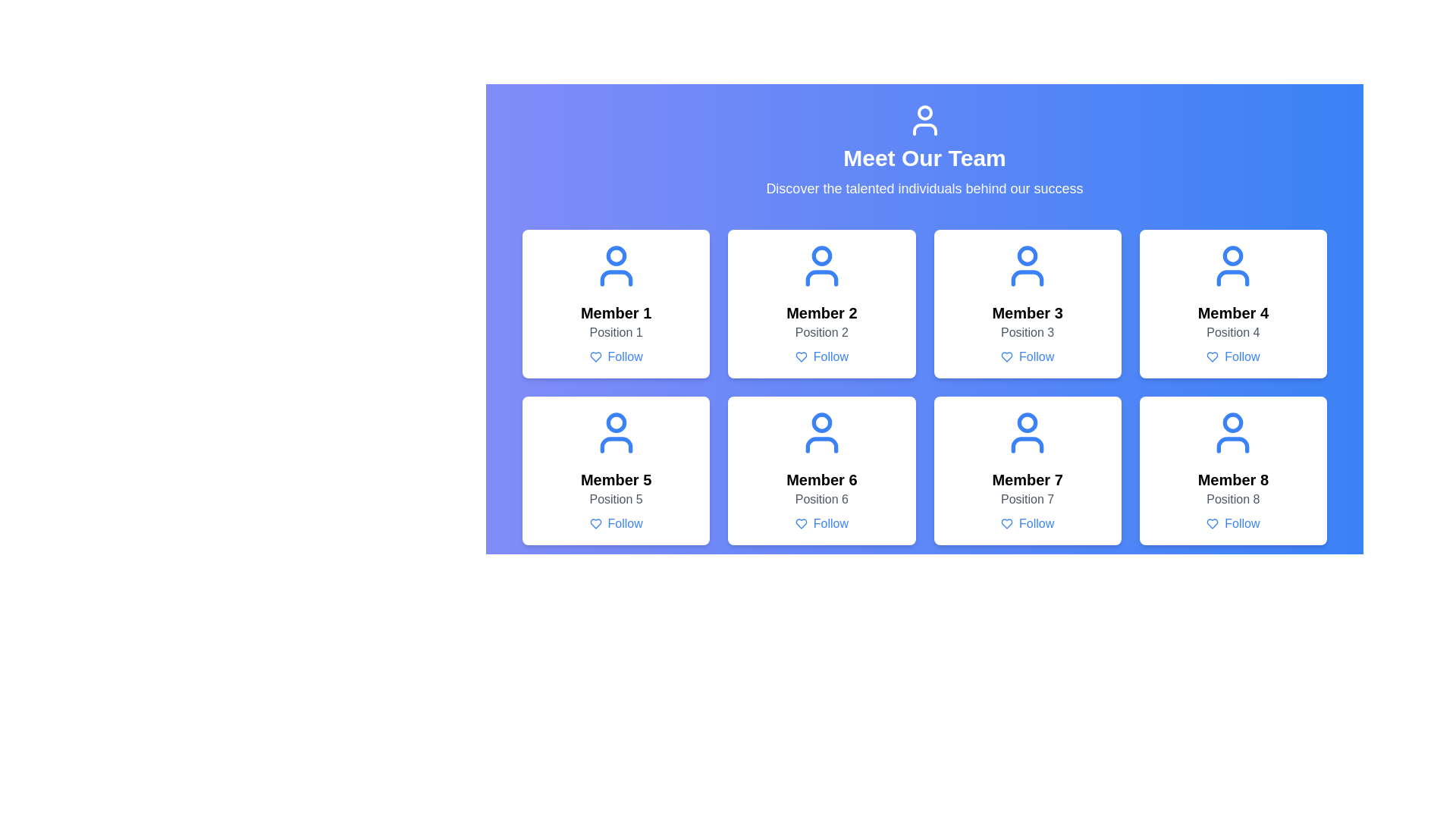  I want to click on the 'Follow' label located in the card for Member 4, positioned beneath the profile image and the text 'Position 4', so click(1242, 356).